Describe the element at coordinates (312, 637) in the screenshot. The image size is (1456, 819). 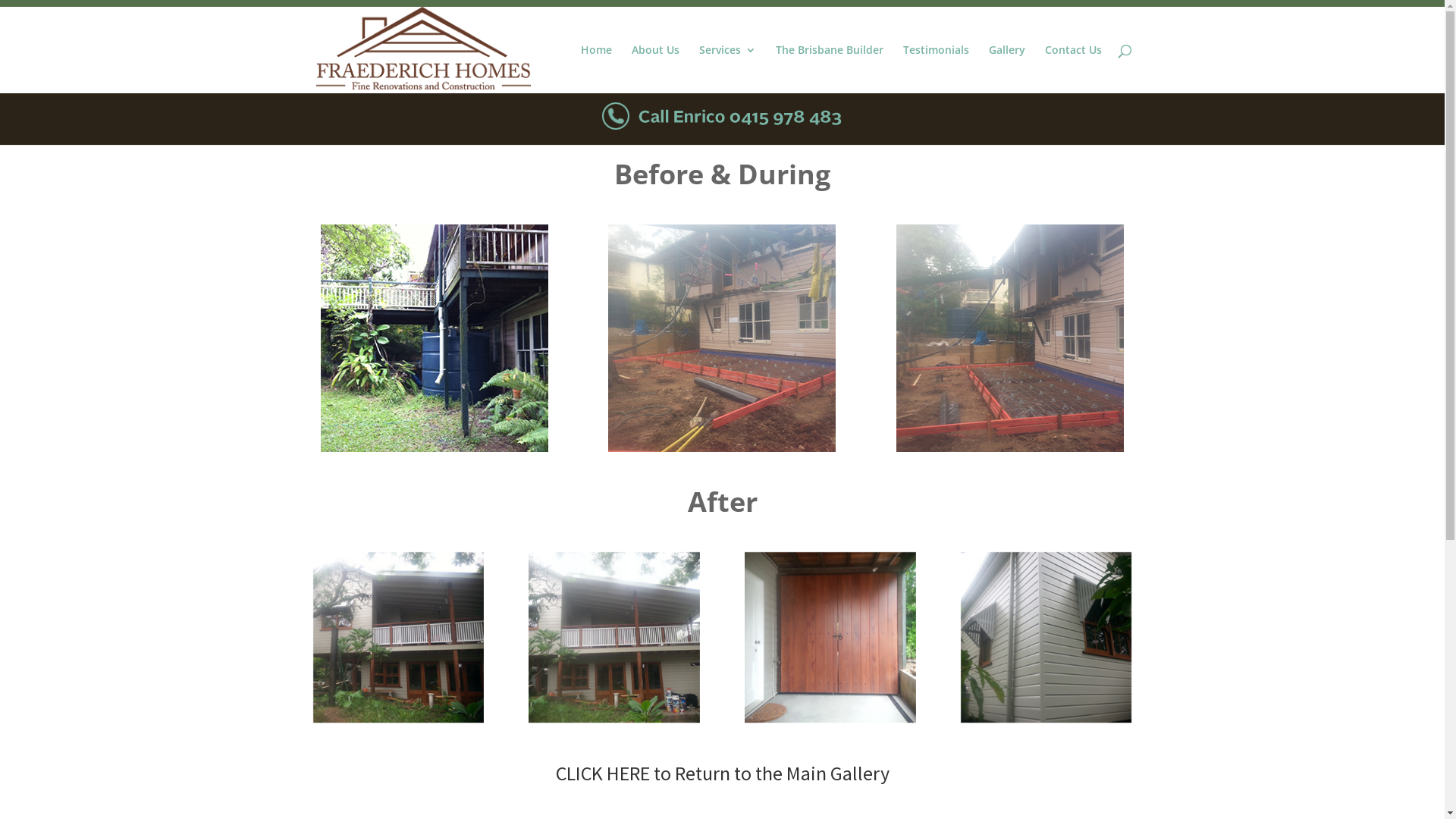
I see `'Extend Upstairs and Down After 01'` at that location.